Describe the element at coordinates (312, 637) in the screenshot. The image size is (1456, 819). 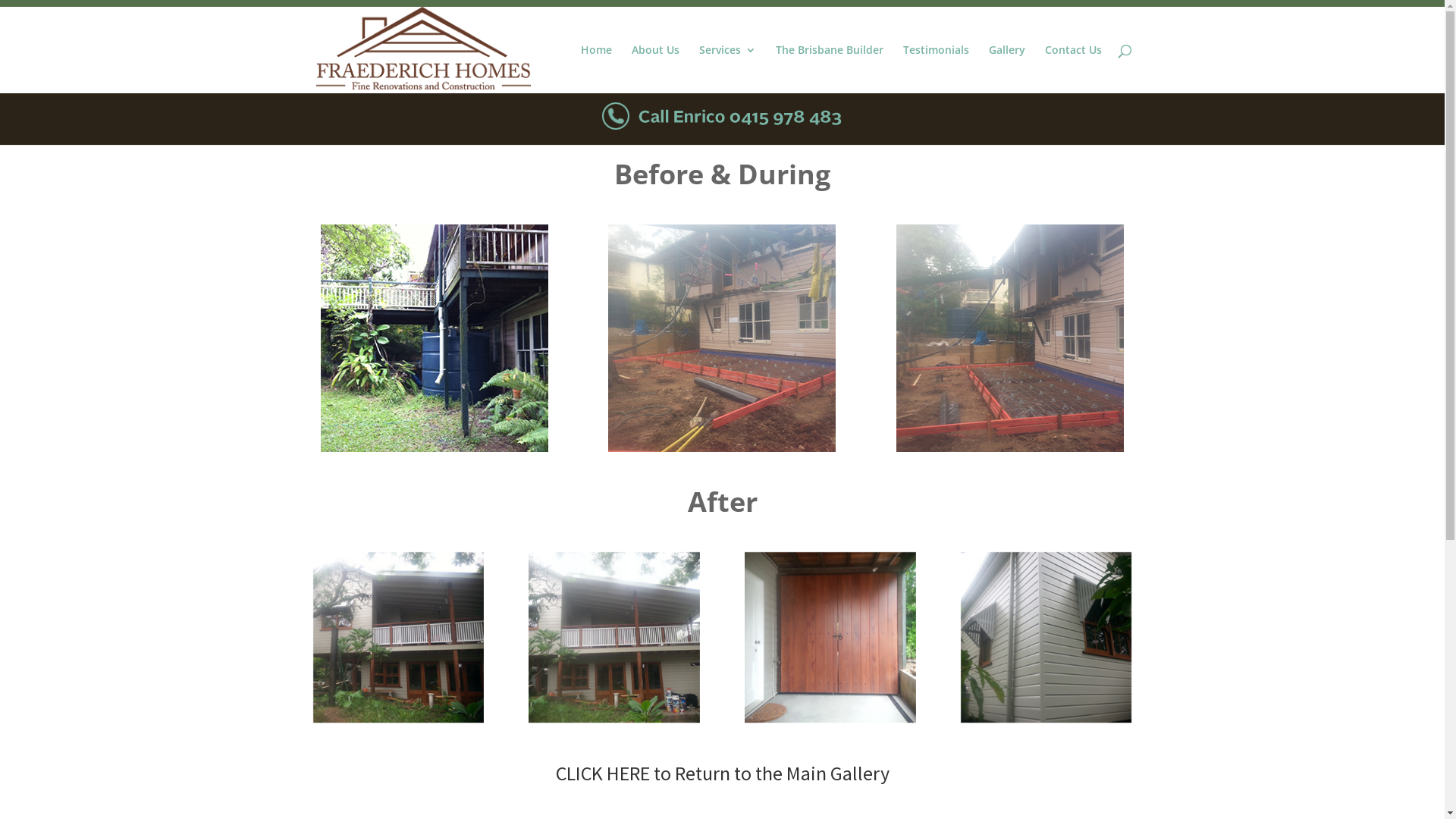
I see `'Extend Upstairs and Down After 01'` at that location.